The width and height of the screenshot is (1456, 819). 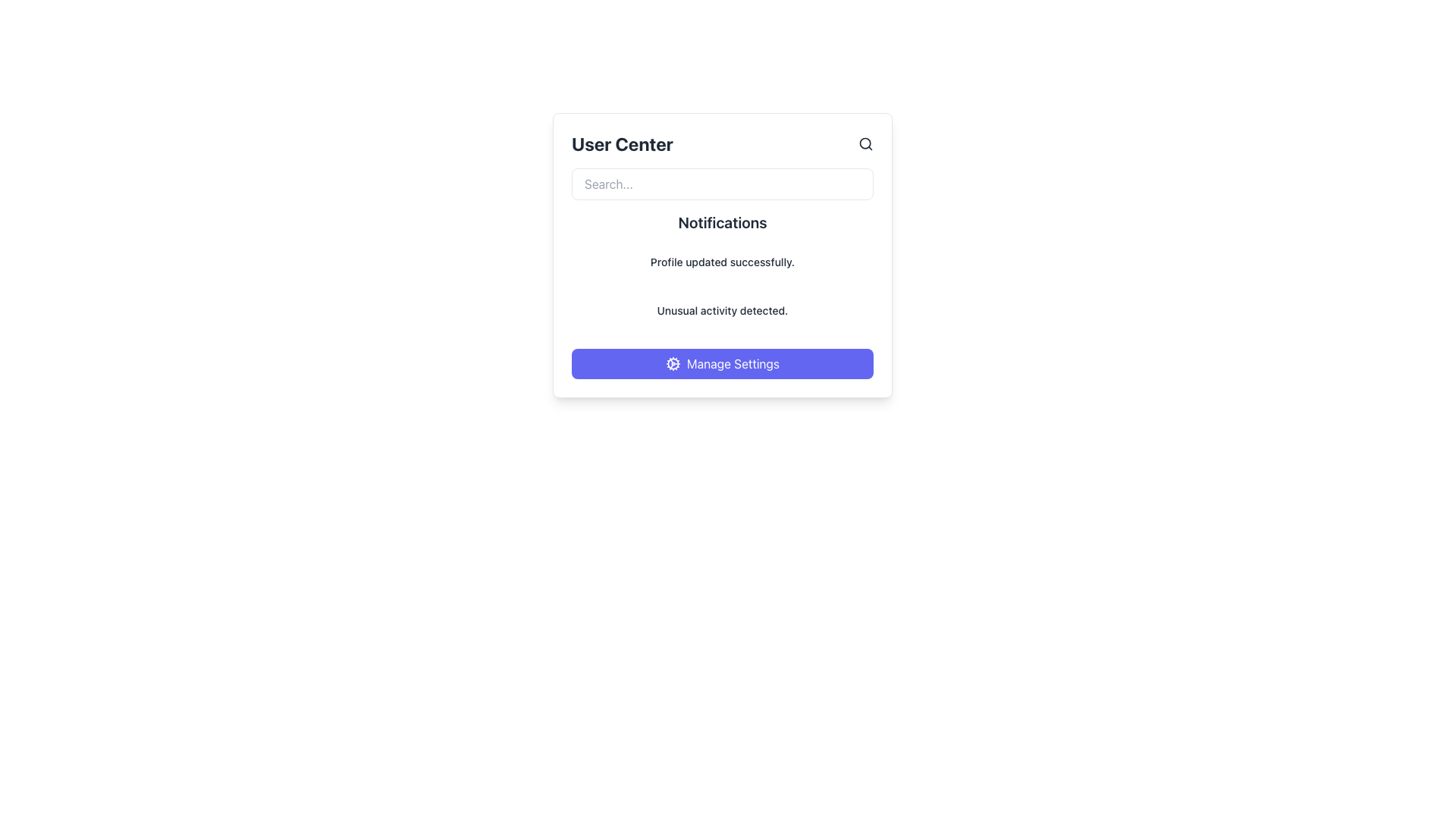 What do you see at coordinates (722, 262) in the screenshot?
I see `the static informational message indicating 'Profile updated successfully.' which is the first notification in the group inside the notification card` at bounding box center [722, 262].